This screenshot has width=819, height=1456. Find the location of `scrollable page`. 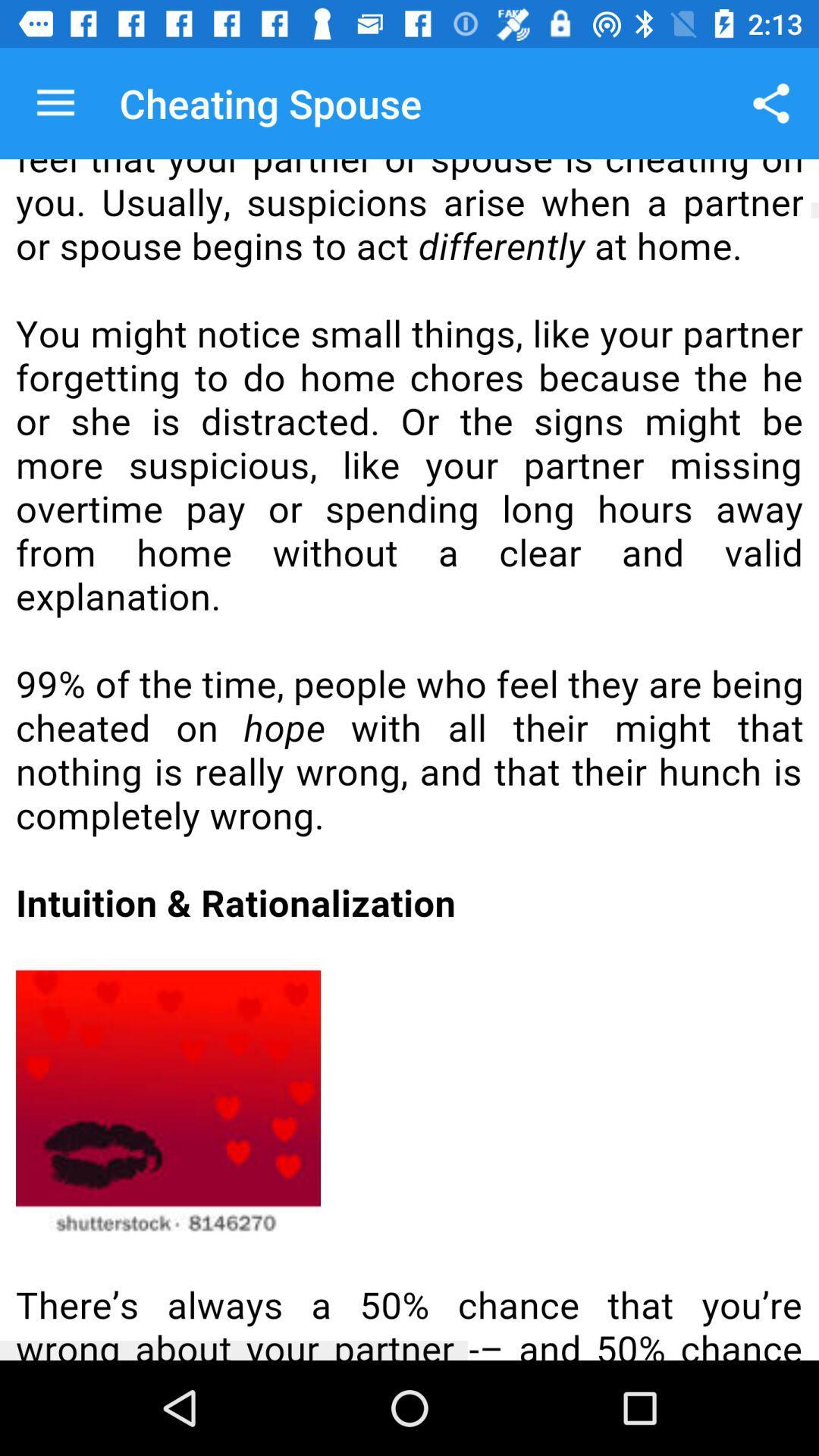

scrollable page is located at coordinates (409, 760).